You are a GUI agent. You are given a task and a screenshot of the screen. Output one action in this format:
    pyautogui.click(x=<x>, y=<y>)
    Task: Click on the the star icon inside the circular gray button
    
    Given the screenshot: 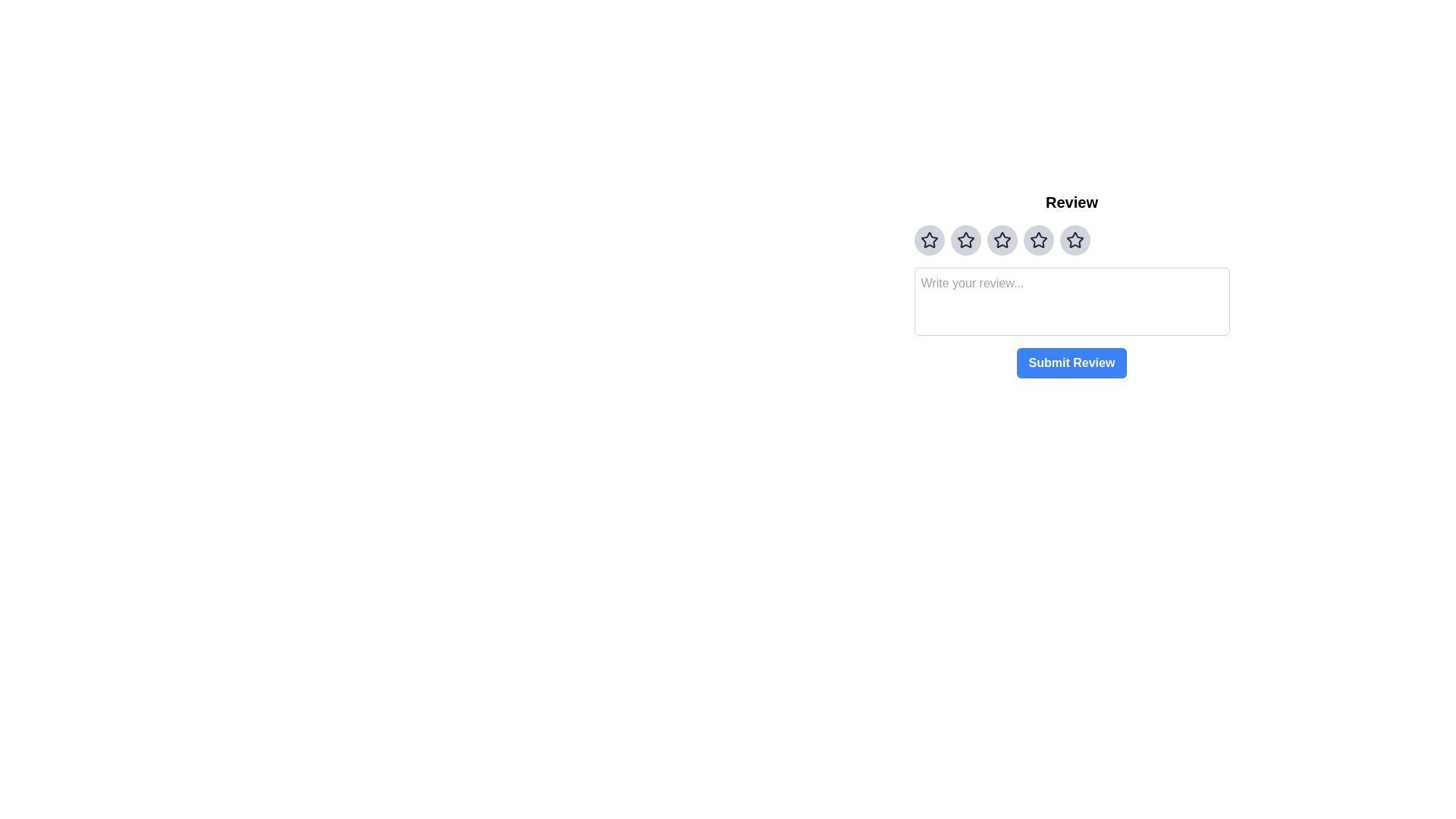 What is the action you would take?
    pyautogui.click(x=928, y=239)
    